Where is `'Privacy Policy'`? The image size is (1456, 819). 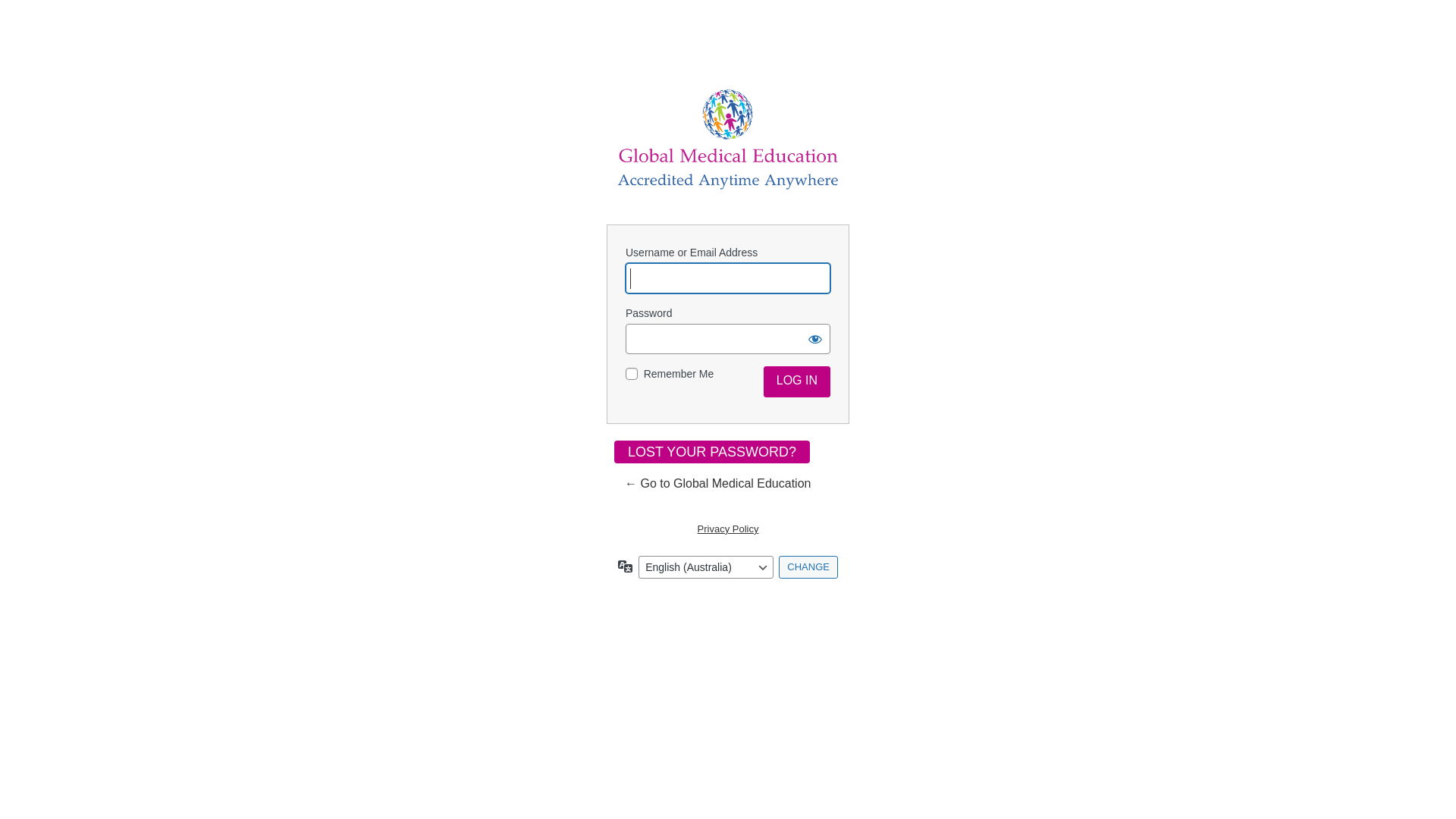 'Privacy Policy' is located at coordinates (728, 528).